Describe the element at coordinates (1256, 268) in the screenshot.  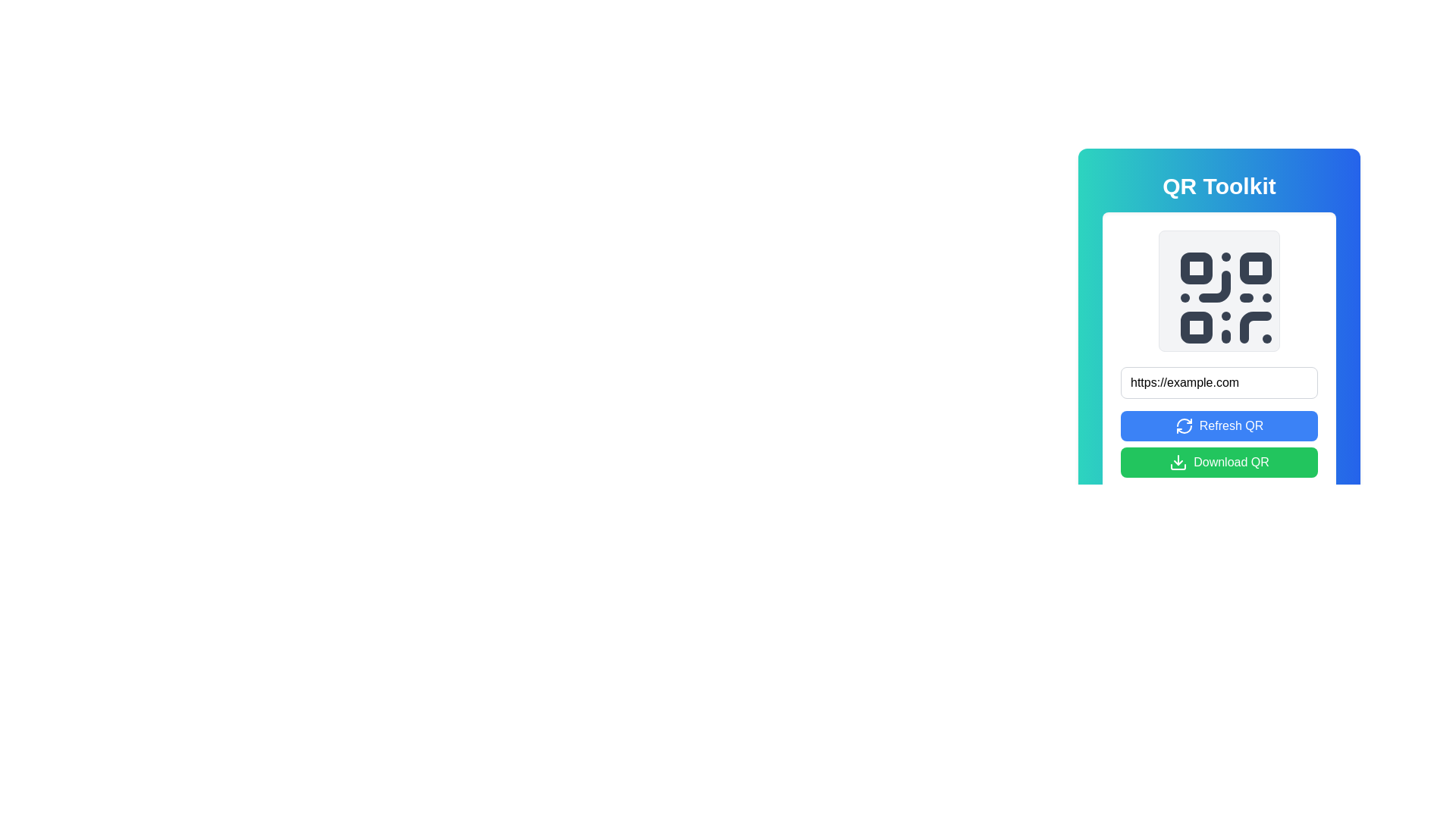
I see `the top-right graphical component of the QR code representation that contributes to its structure and data encoding` at that location.